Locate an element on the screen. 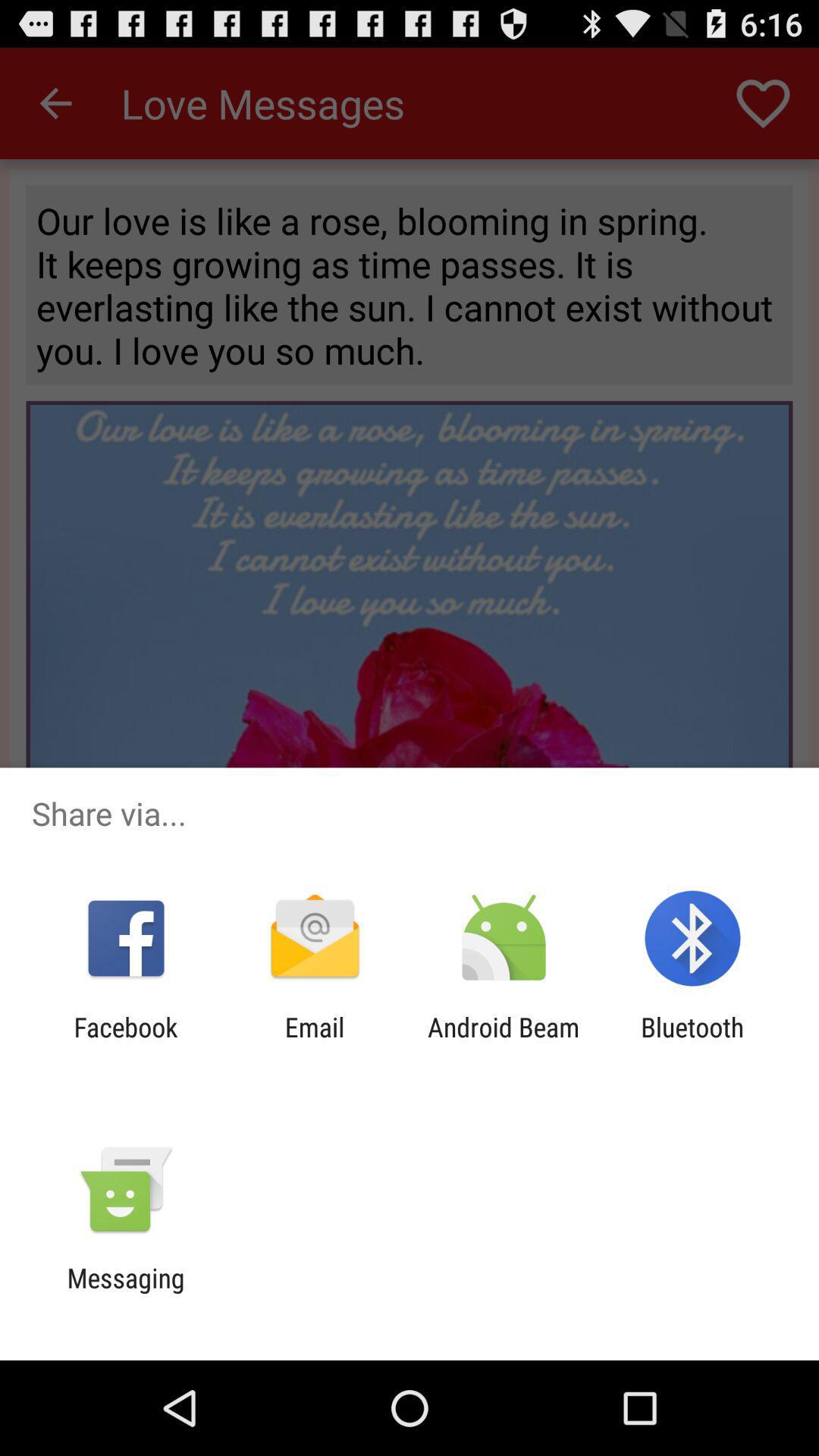 Image resolution: width=819 pixels, height=1456 pixels. the item to the left of email icon is located at coordinates (125, 1042).